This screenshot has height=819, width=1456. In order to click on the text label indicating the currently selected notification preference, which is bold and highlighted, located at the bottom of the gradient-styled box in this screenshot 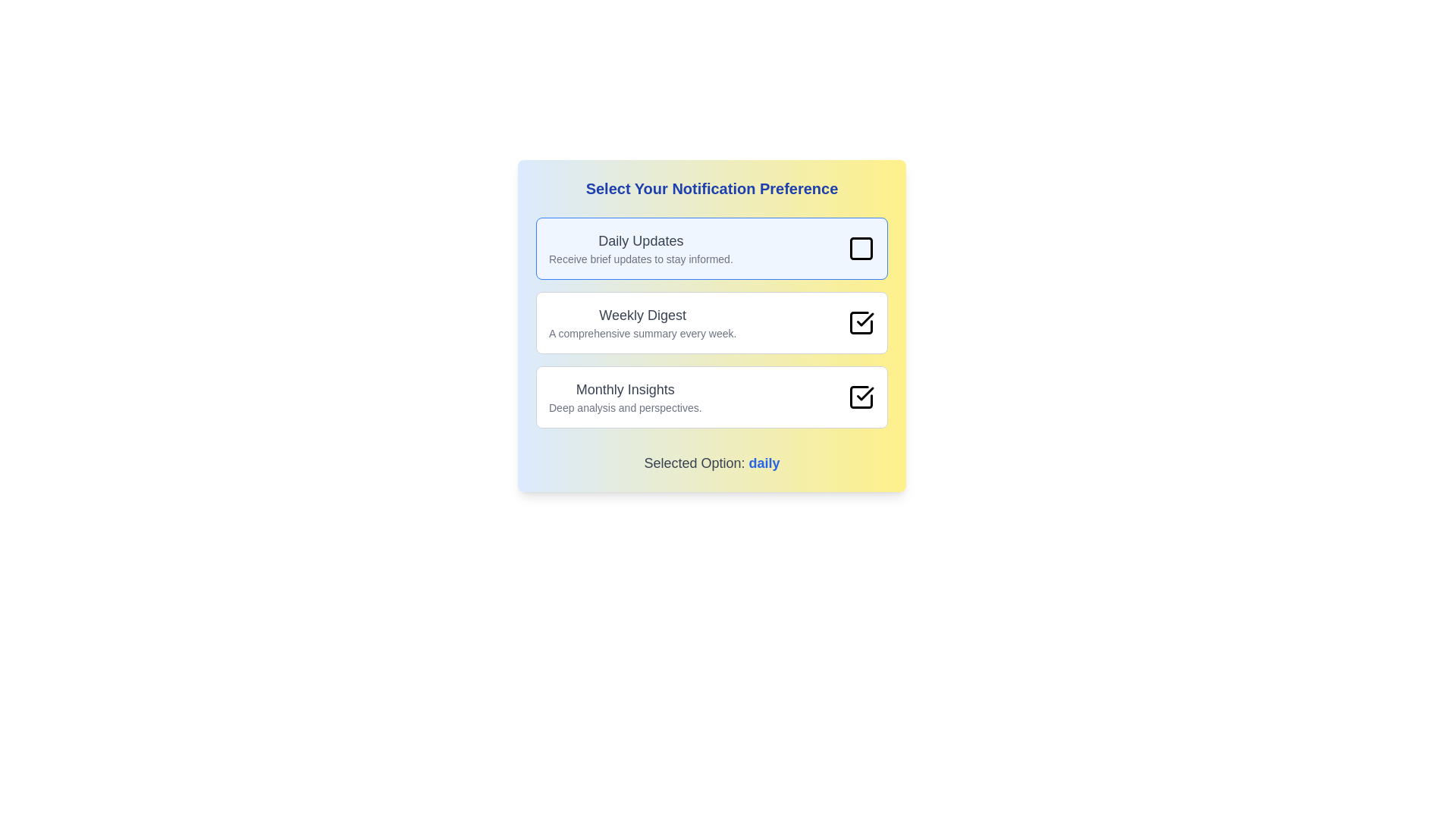, I will do `click(711, 462)`.